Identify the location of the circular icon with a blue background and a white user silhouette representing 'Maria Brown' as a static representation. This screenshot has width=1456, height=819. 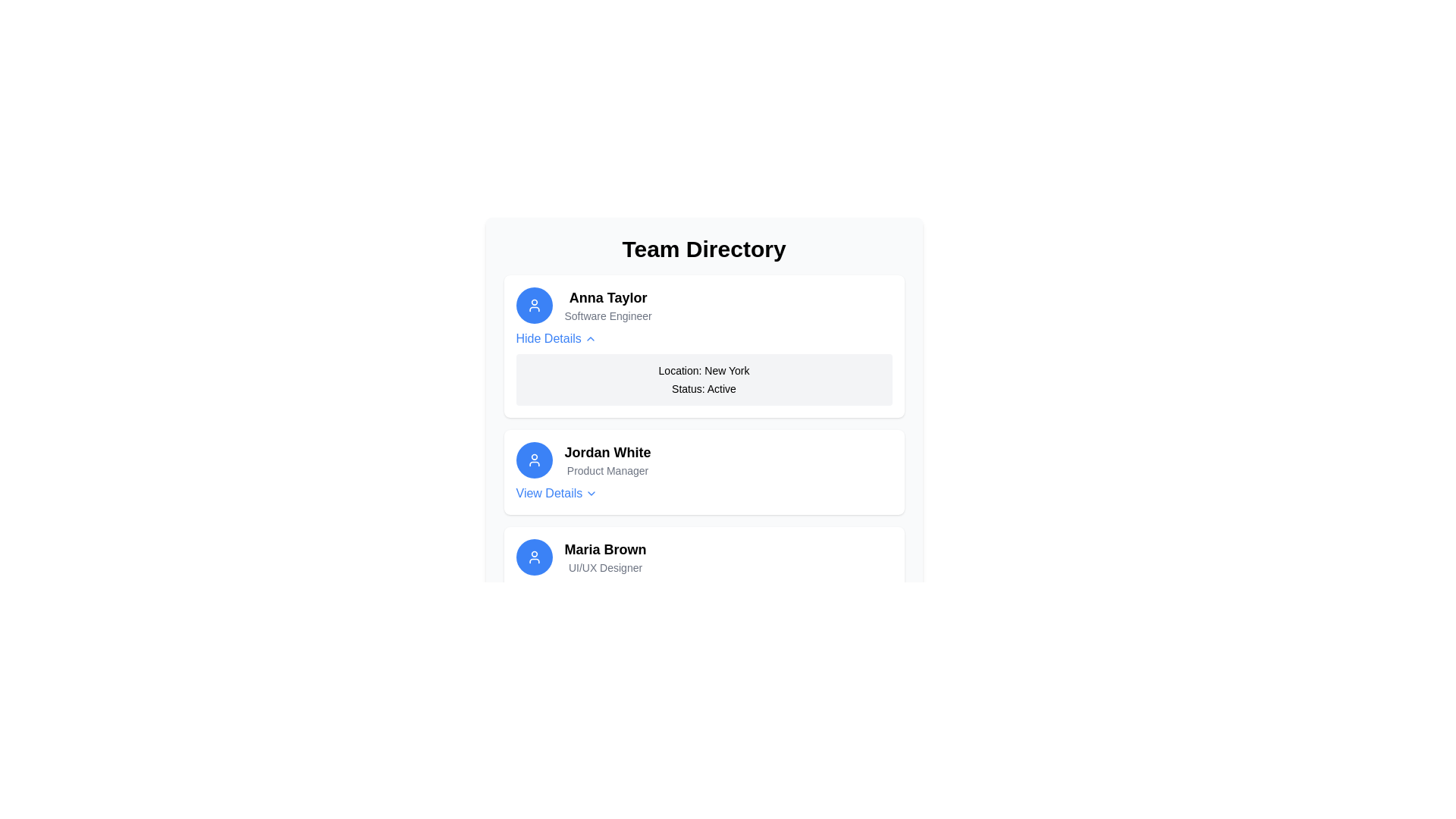
(534, 557).